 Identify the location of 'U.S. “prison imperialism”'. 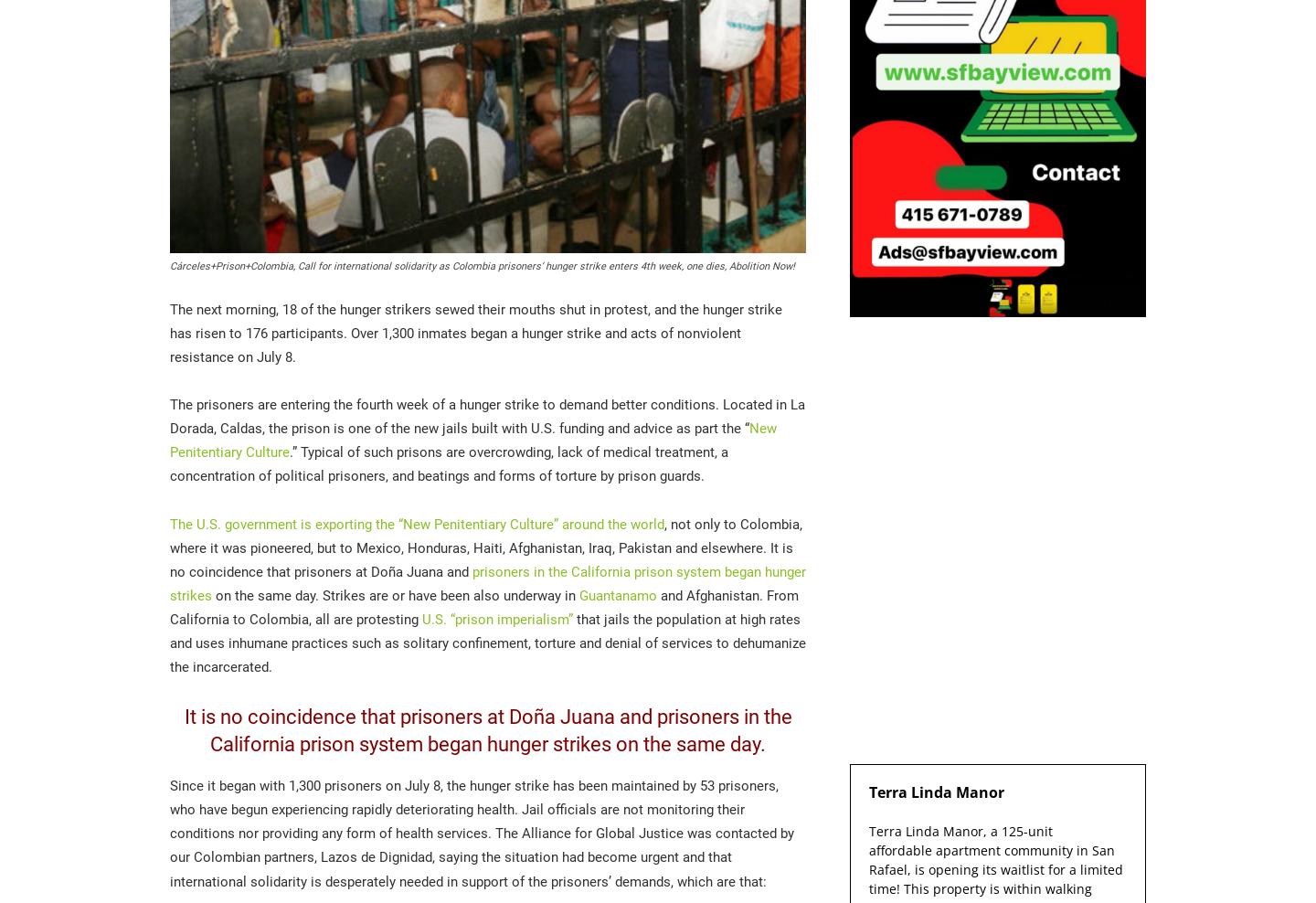
(497, 617).